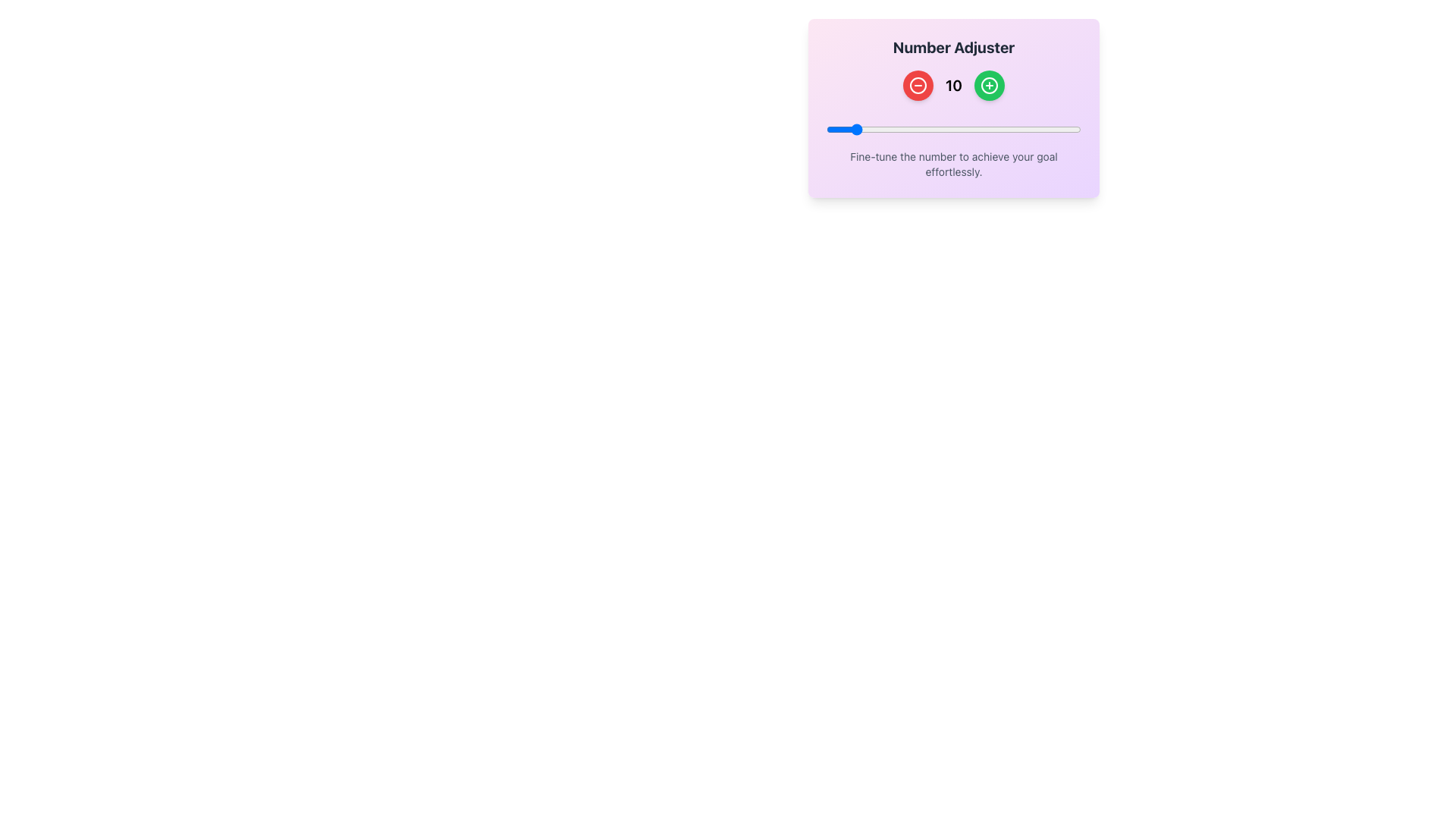 The width and height of the screenshot is (1456, 819). I want to click on the Text Display element that shows the current numerical value in the 'Number Adjuster' section, located centrally in the interface, so click(952, 85).